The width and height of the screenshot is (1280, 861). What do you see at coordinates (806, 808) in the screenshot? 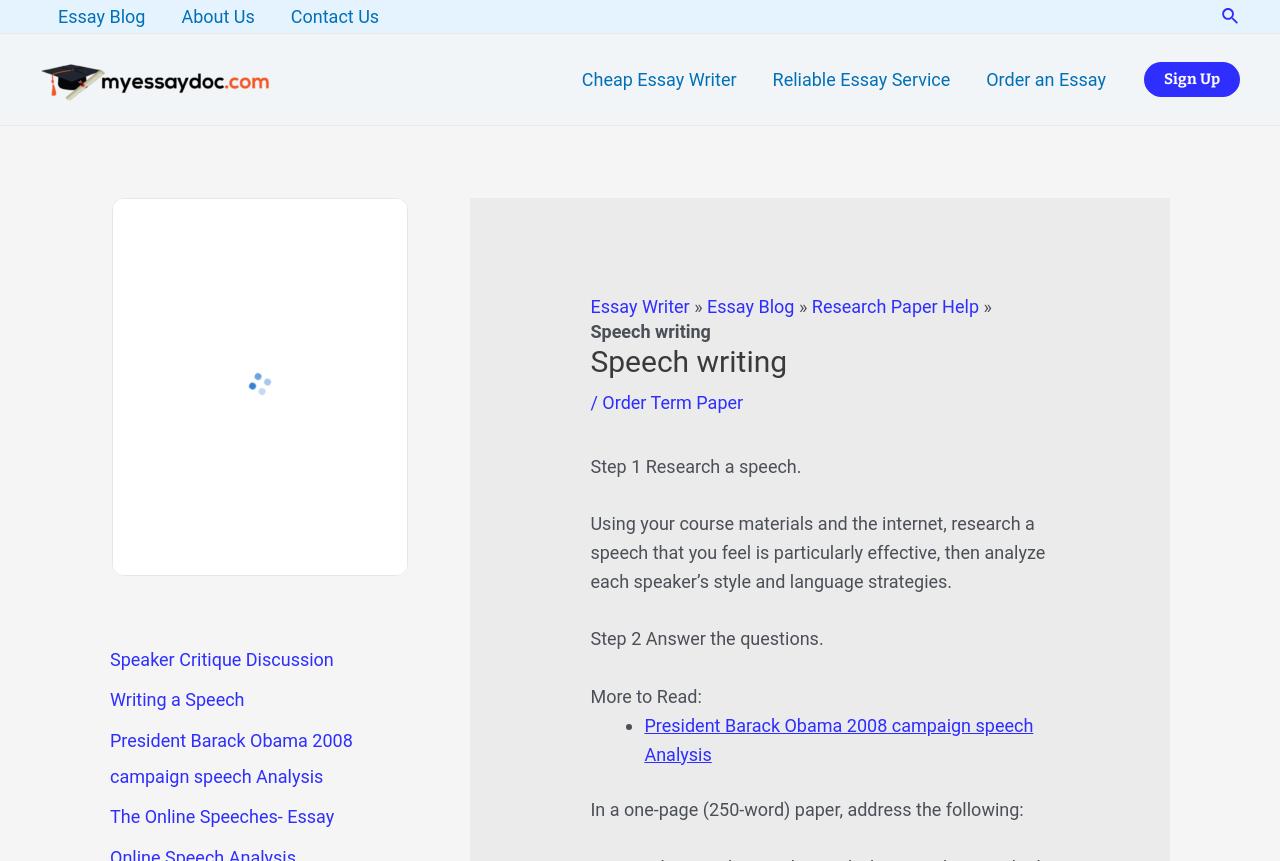
I see `'In a one-page (250-word) paper, address the following:'` at bounding box center [806, 808].